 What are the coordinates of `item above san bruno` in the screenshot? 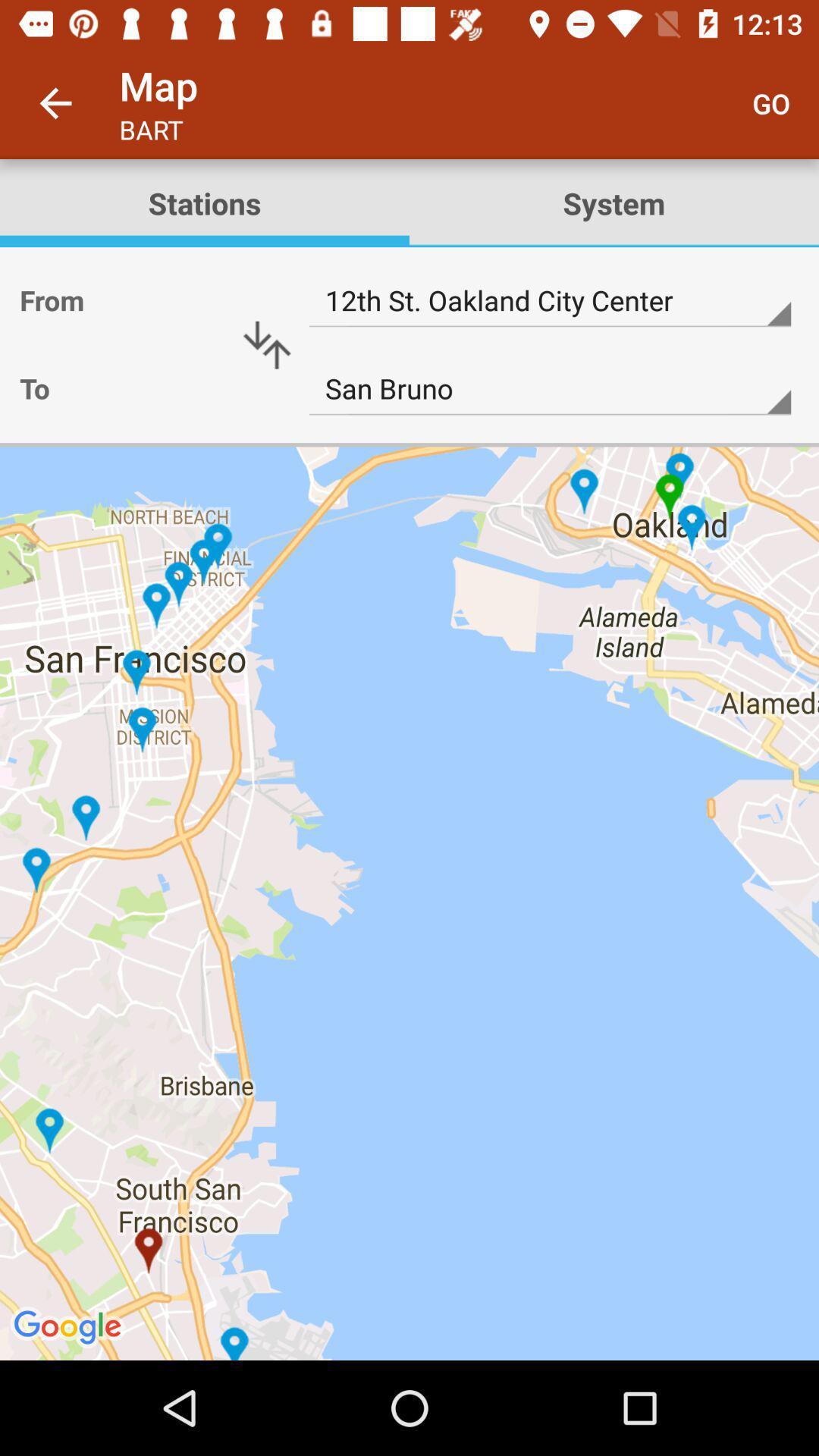 It's located at (550, 301).